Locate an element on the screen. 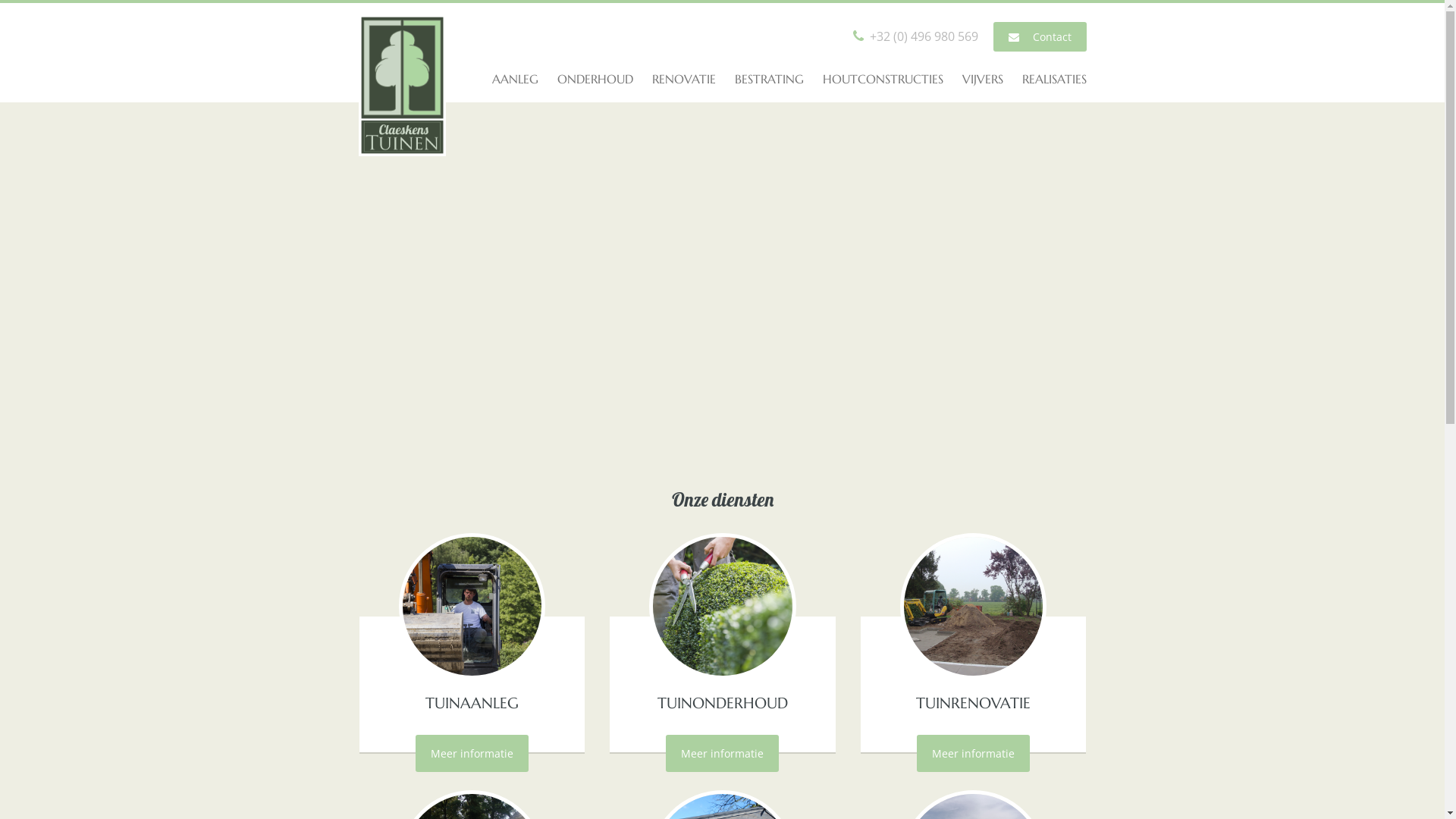  'VIJVERS' is located at coordinates (982, 79).